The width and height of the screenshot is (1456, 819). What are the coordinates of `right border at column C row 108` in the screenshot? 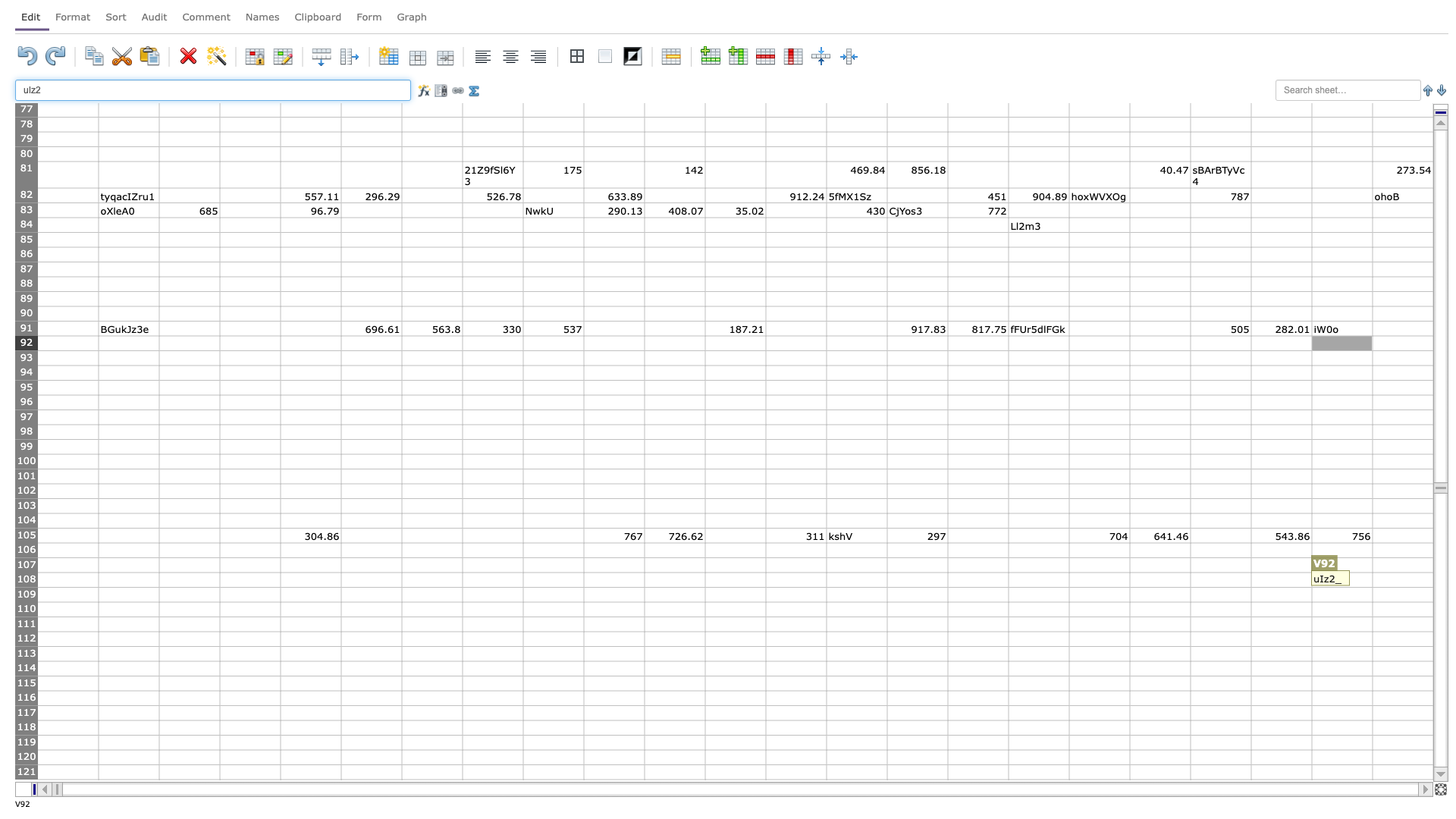 It's located at (218, 579).